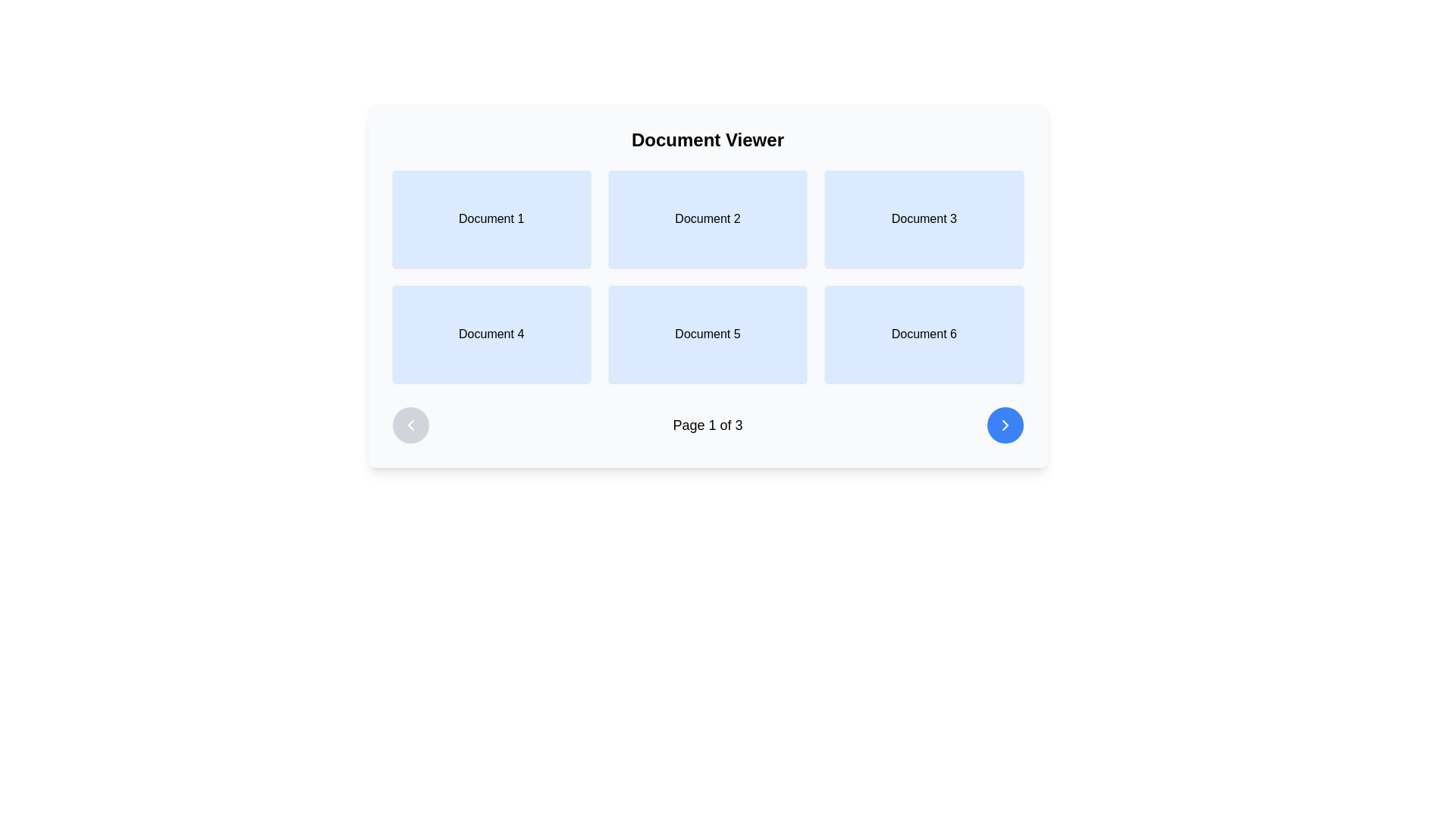  Describe the element at coordinates (923, 219) in the screenshot. I see `the selectable button for 'Document 3' located in the top-right position of the grid` at that location.